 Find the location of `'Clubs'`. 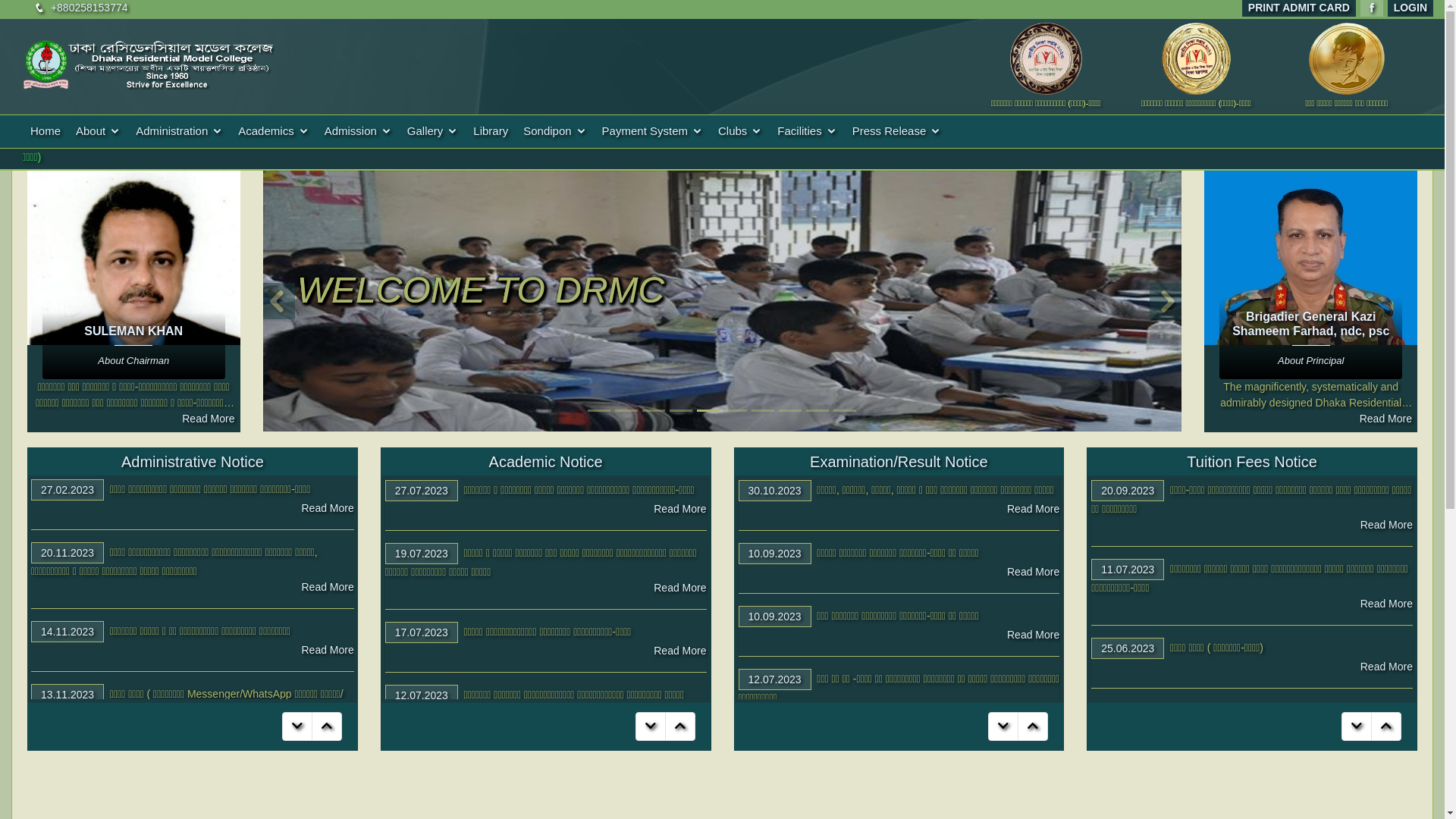

'Clubs' is located at coordinates (739, 130).